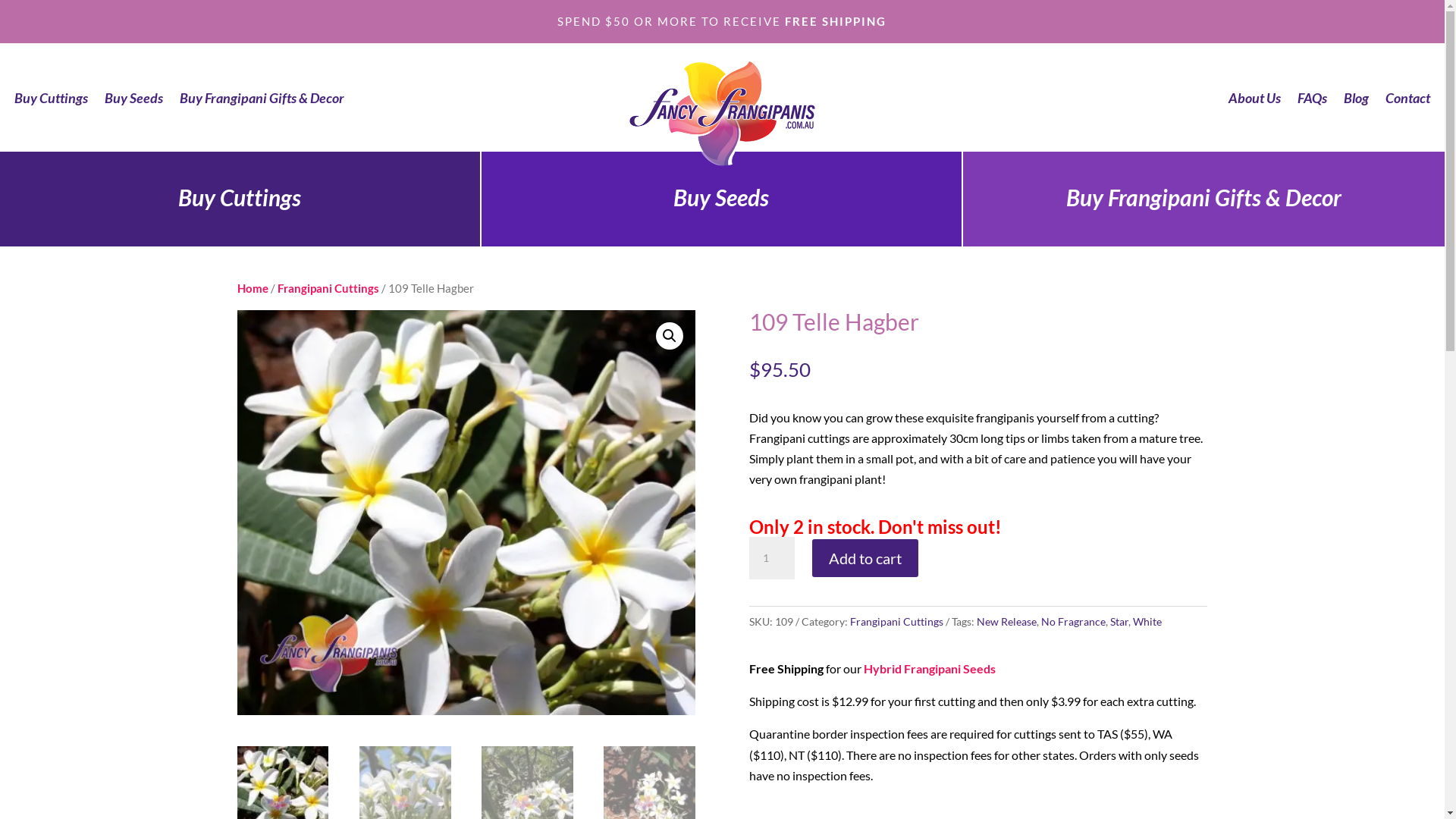 The height and width of the screenshot is (819, 1456). What do you see at coordinates (1072, 621) in the screenshot?
I see `'No Fragrance'` at bounding box center [1072, 621].